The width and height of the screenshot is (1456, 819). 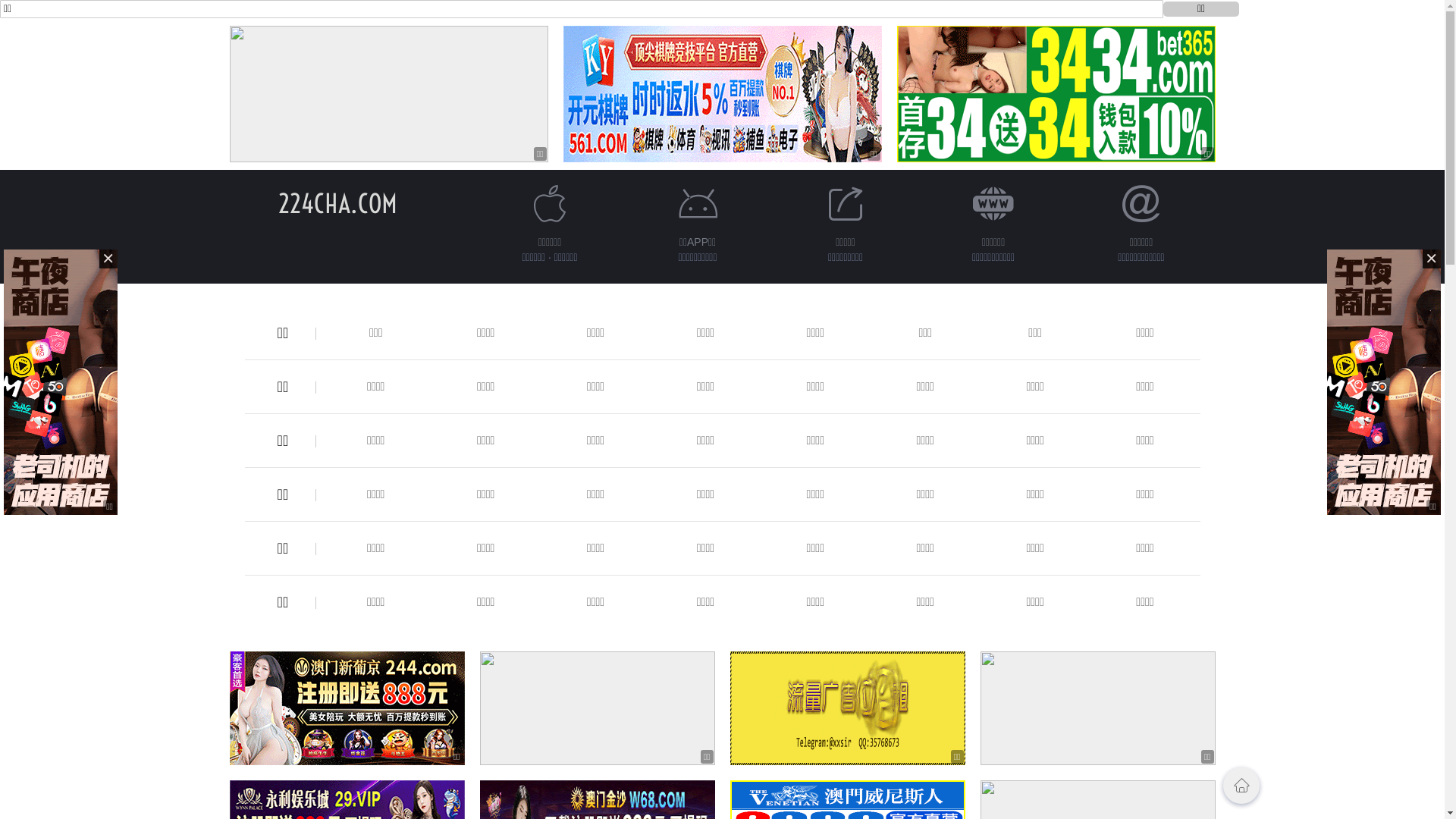 What do you see at coordinates (337, 202) in the screenshot?
I see `'224CHA.COM'` at bounding box center [337, 202].